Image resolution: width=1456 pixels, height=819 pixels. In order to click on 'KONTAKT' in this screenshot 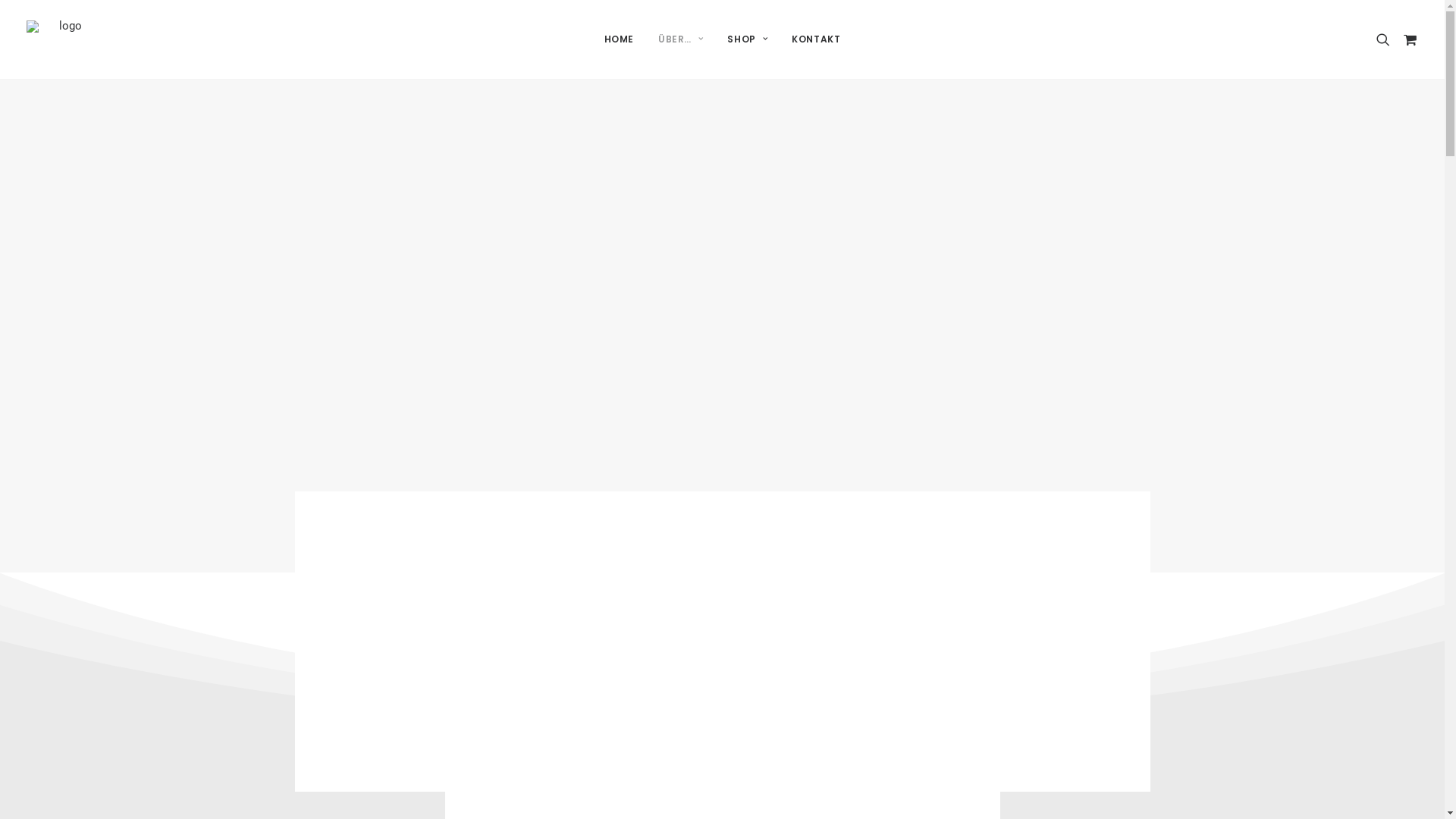, I will do `click(814, 38)`.